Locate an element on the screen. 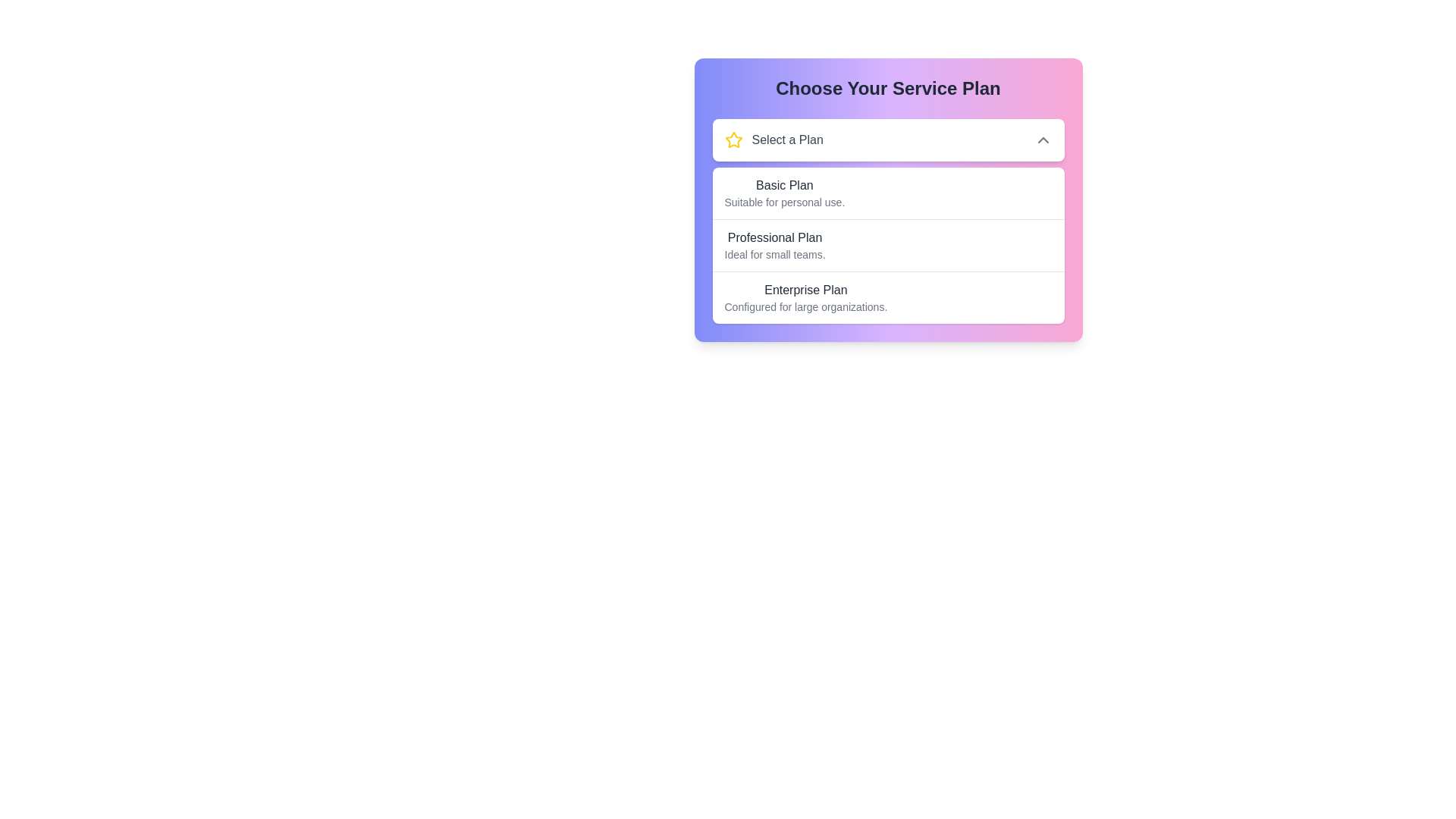  descriptive text located below the 'Enterprise Plan' option, which provides additional information about the plan for large organizations is located at coordinates (805, 307).